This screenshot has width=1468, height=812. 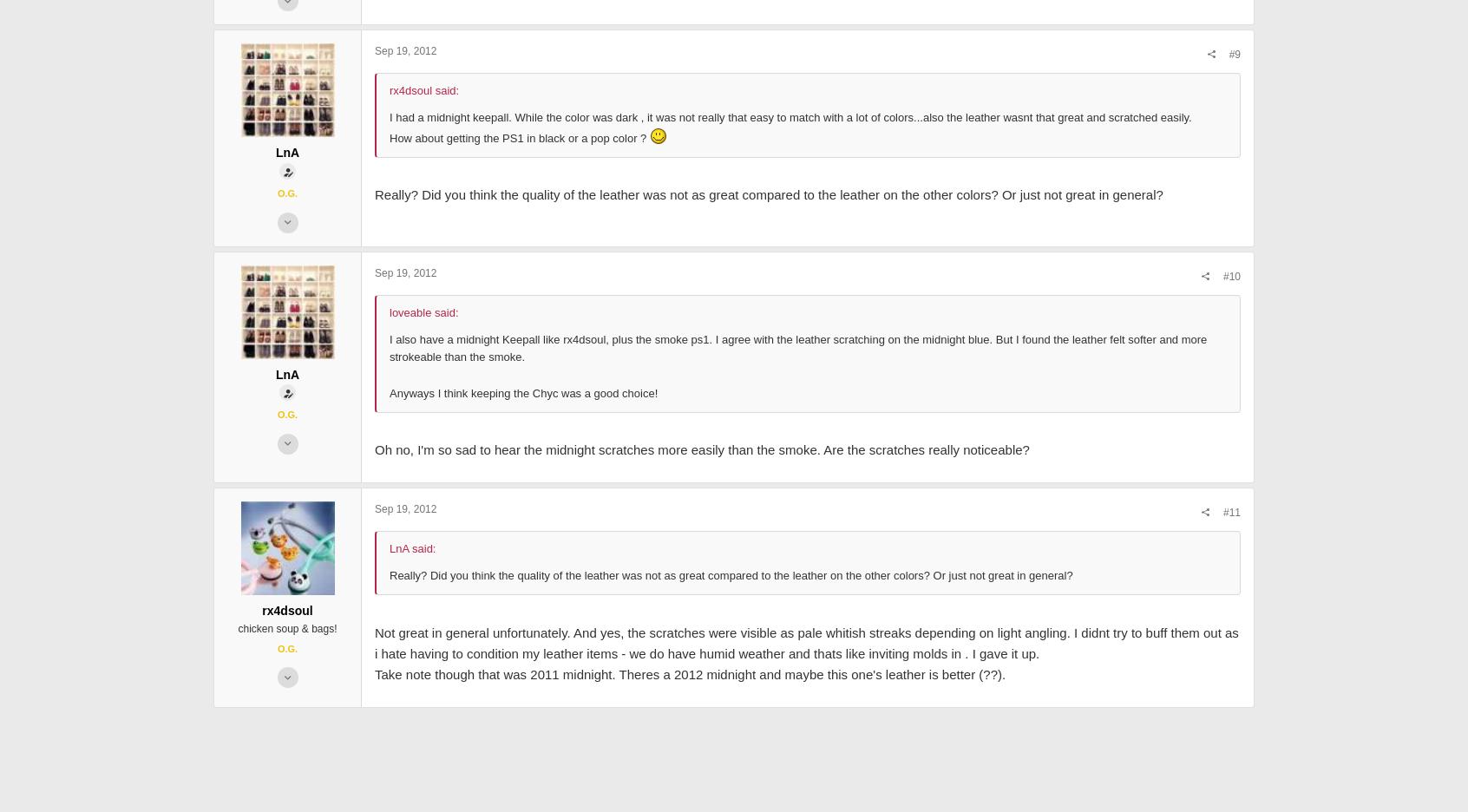 I want to click on 'I had a midnight keepall. While the color was dark , it was not really that easy to match with a lot of colors...also the leather wasnt that great and scratched easily.', so click(x=665, y=250).